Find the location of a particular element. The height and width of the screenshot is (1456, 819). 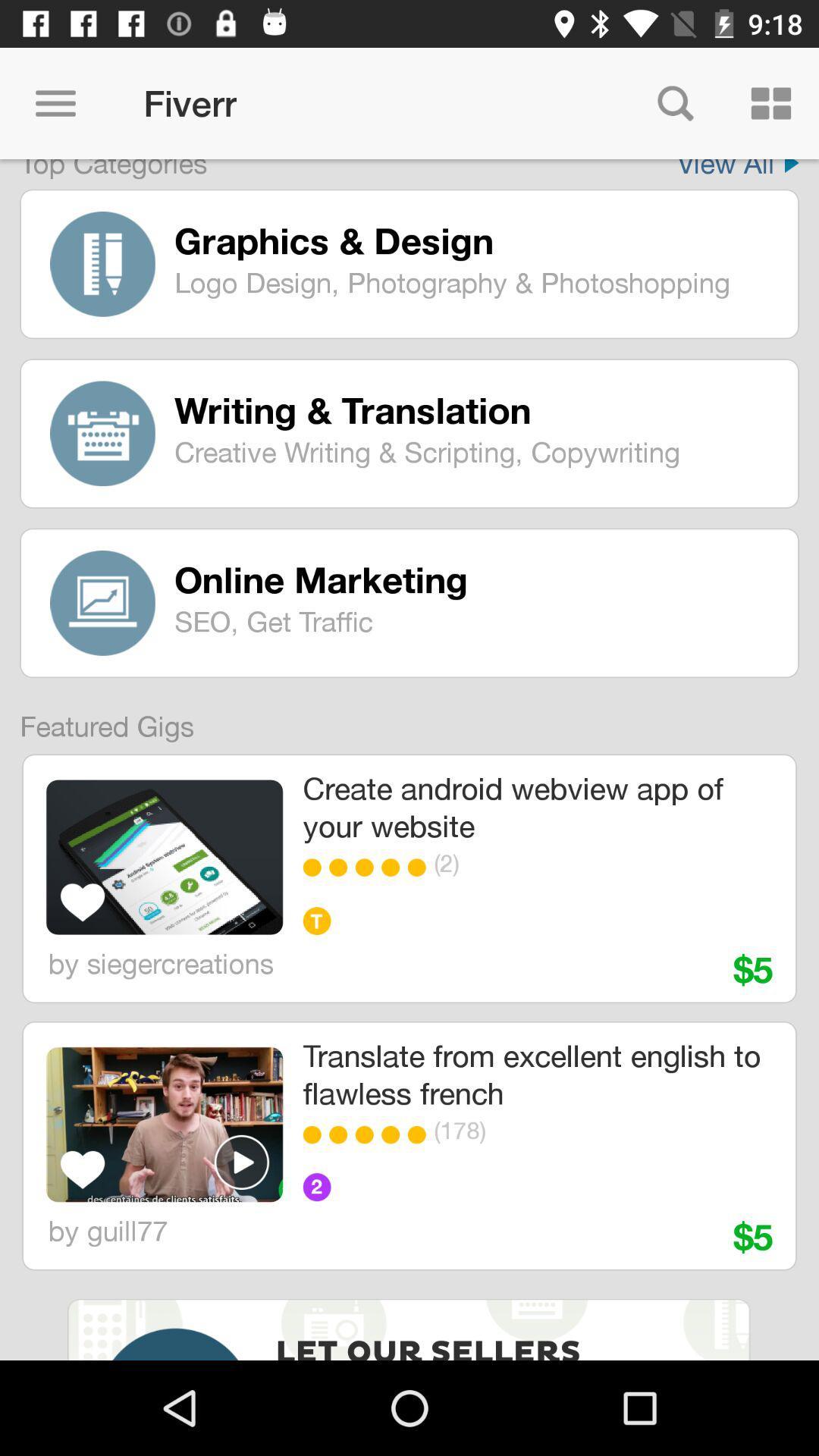

icon to the right of fiverr icon is located at coordinates (675, 102).